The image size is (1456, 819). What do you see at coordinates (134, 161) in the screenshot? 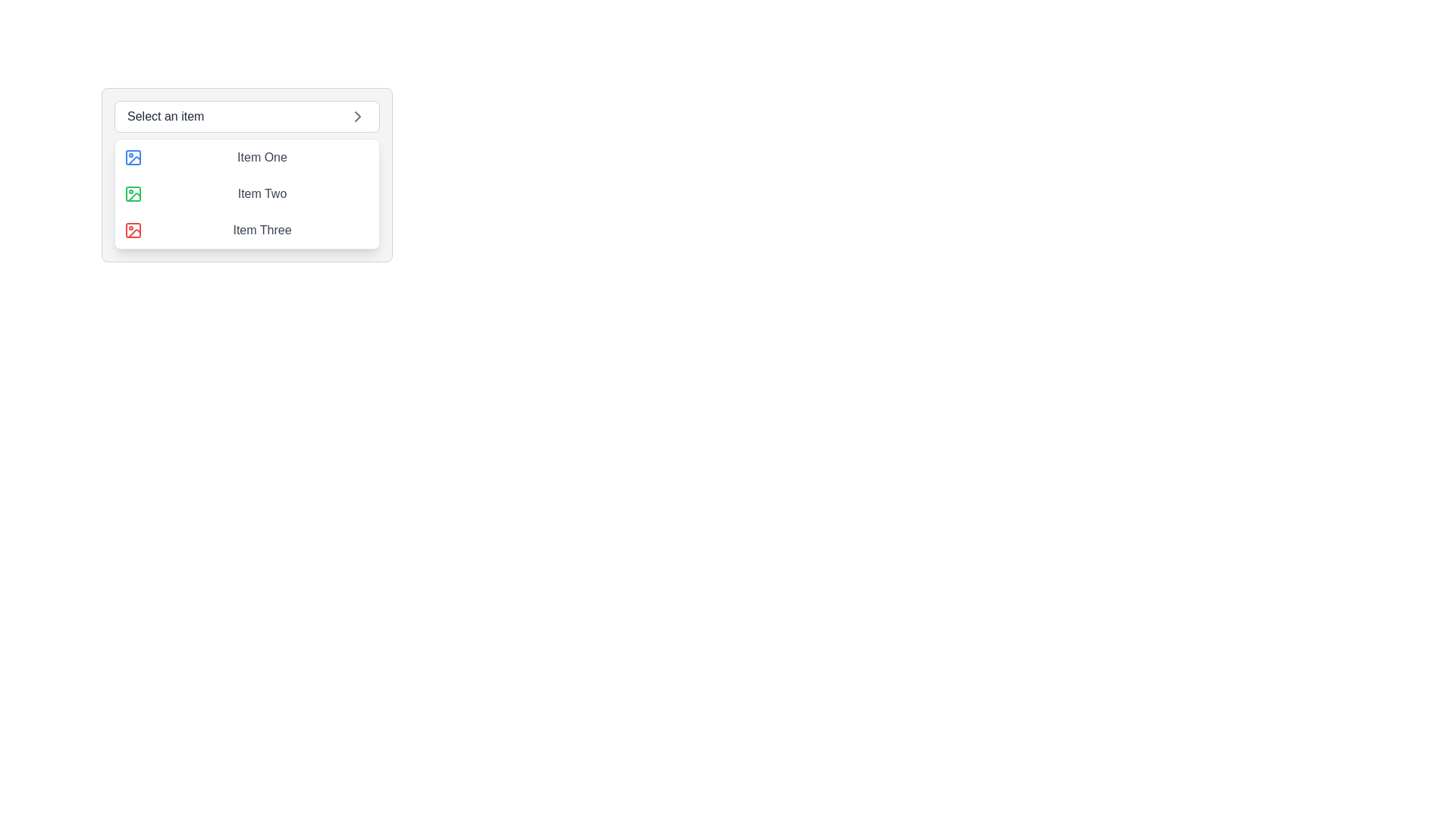
I see `the blue graphical icon located within the dropdown menu to the left of the label 'Item One'` at bounding box center [134, 161].